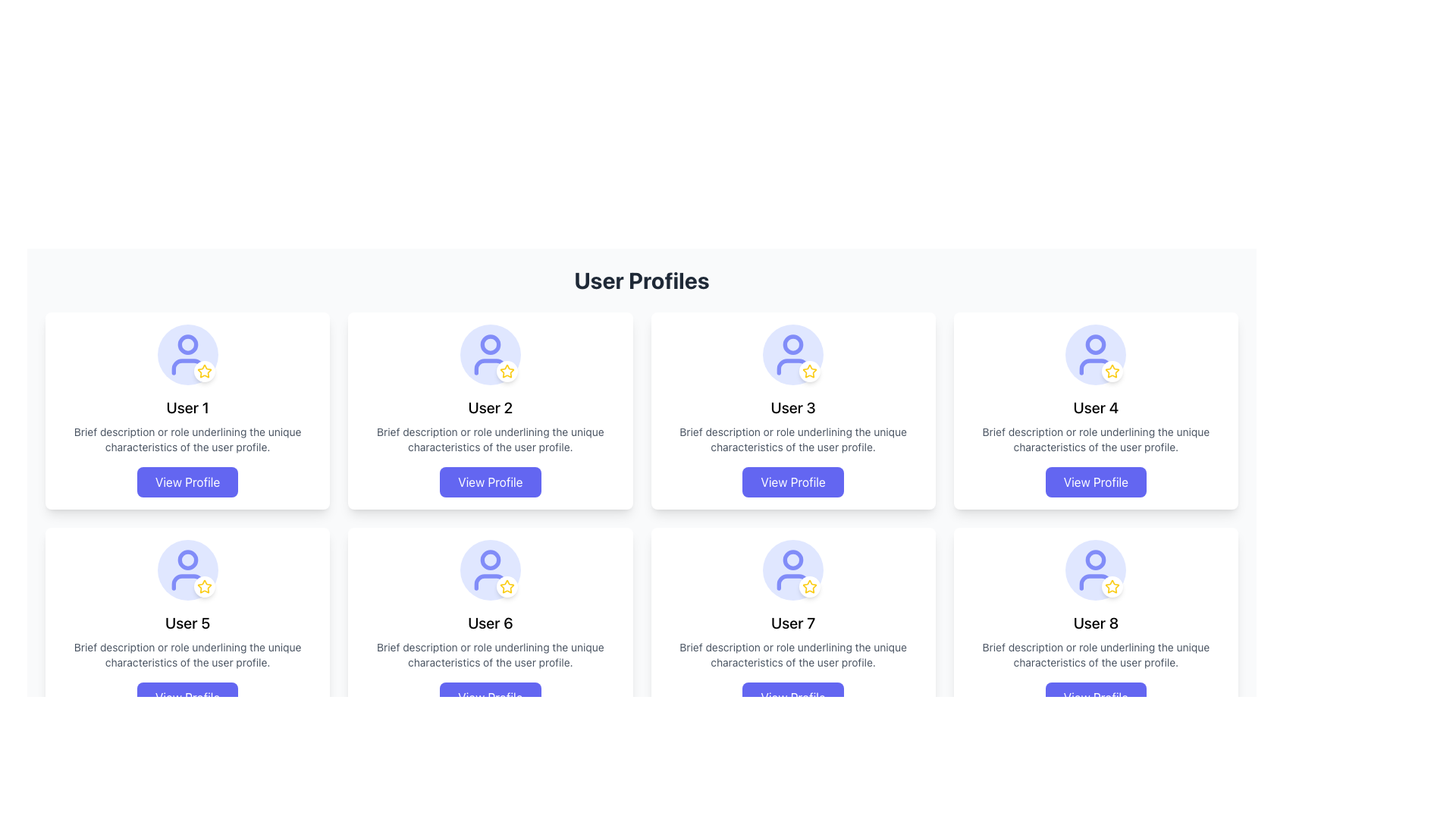 The image size is (1456, 819). I want to click on the text label containing the phrase 'Brief description or role underlining the unique characteristics of the user profile,' which is positioned beneath 'User 8' and above the 'View Profile' button in the user profile card, so click(1096, 654).